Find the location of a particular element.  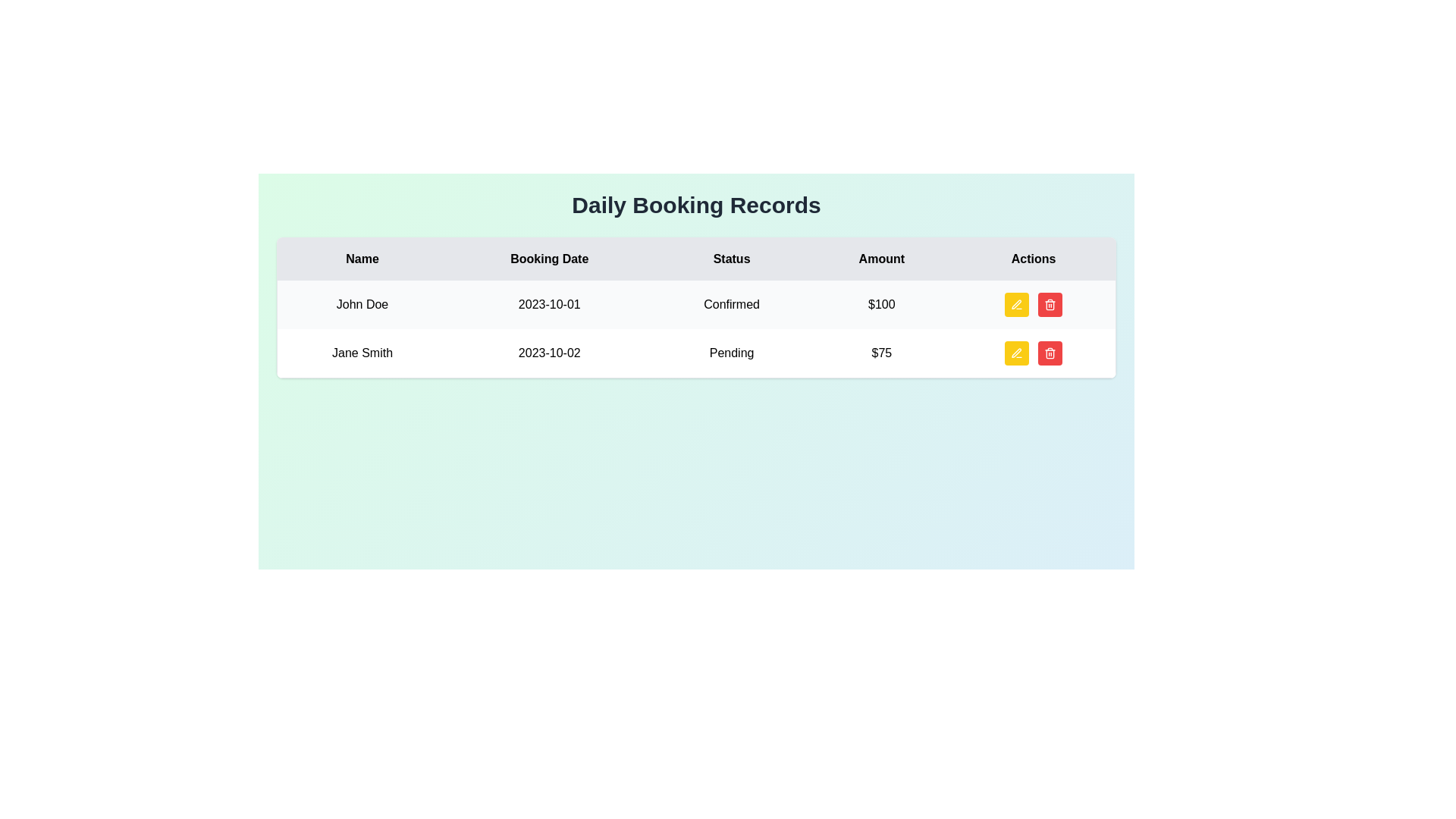

the delete button located in the 'Actions' column of the second row of the table is located at coordinates (1050, 304).